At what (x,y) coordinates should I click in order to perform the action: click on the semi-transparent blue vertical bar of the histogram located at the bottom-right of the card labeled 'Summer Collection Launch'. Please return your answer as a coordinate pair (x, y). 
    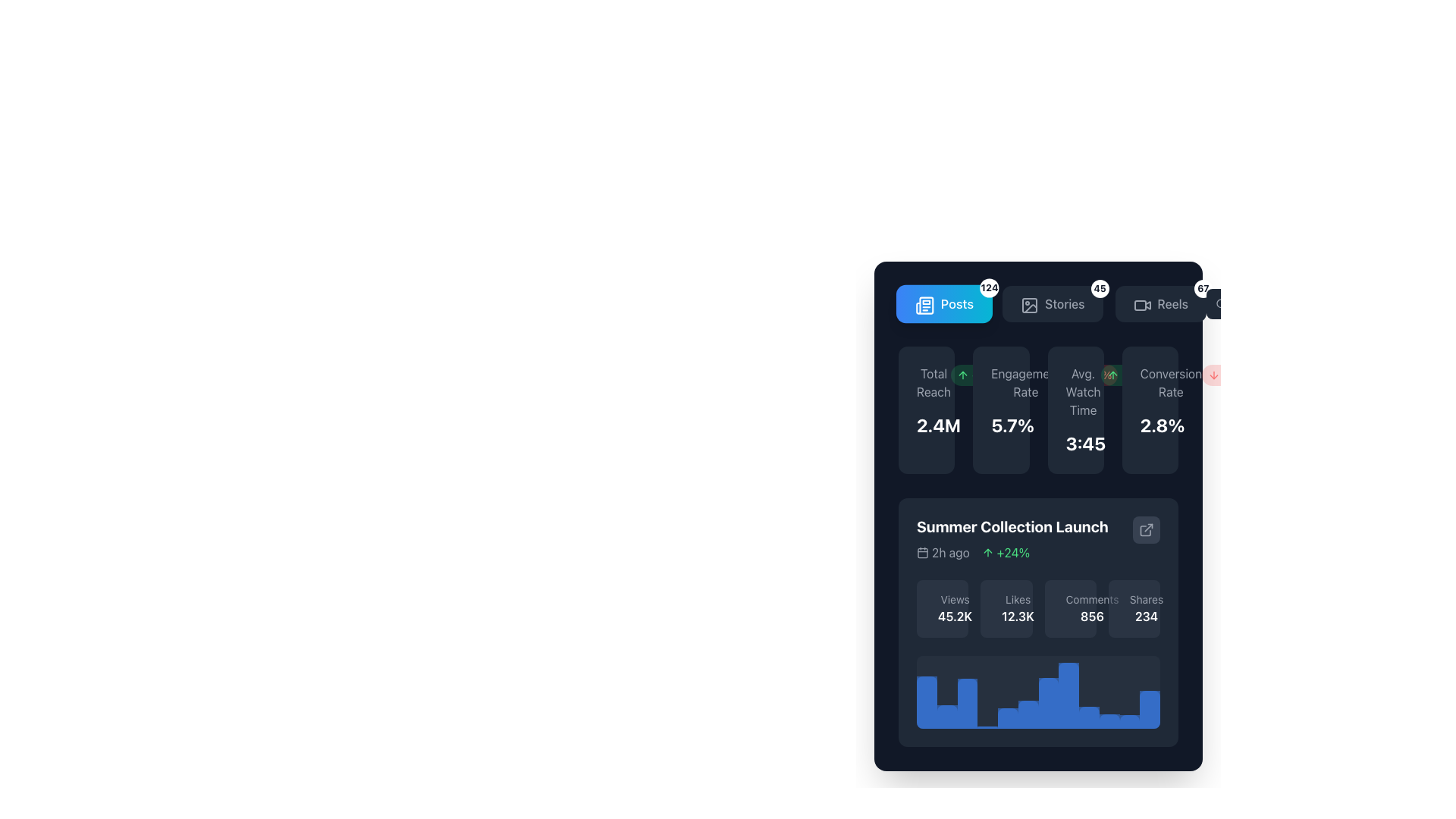
    Looking at the image, I should click on (1129, 720).